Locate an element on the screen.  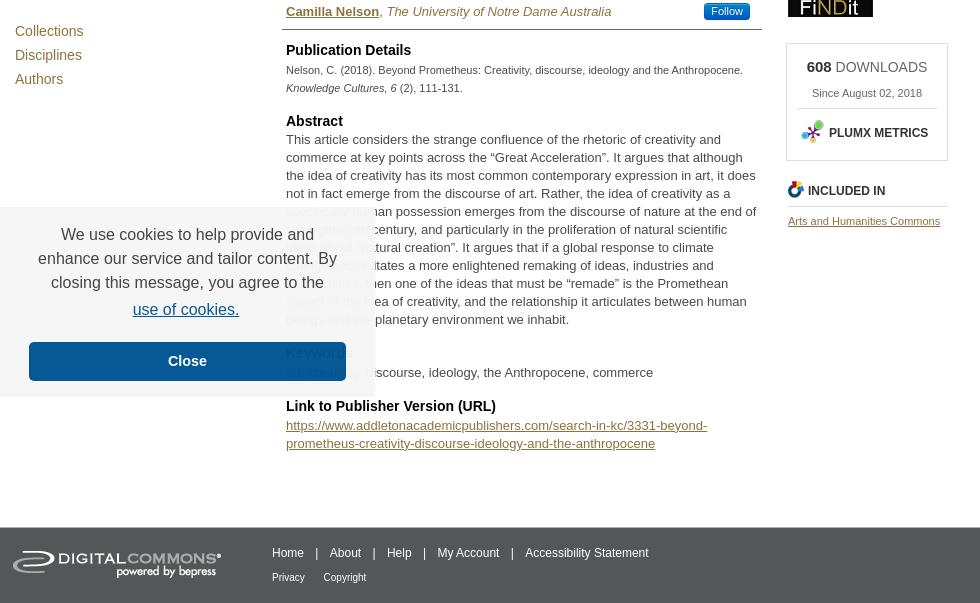
'The University of Notre Dame Australia' is located at coordinates (498, 11).